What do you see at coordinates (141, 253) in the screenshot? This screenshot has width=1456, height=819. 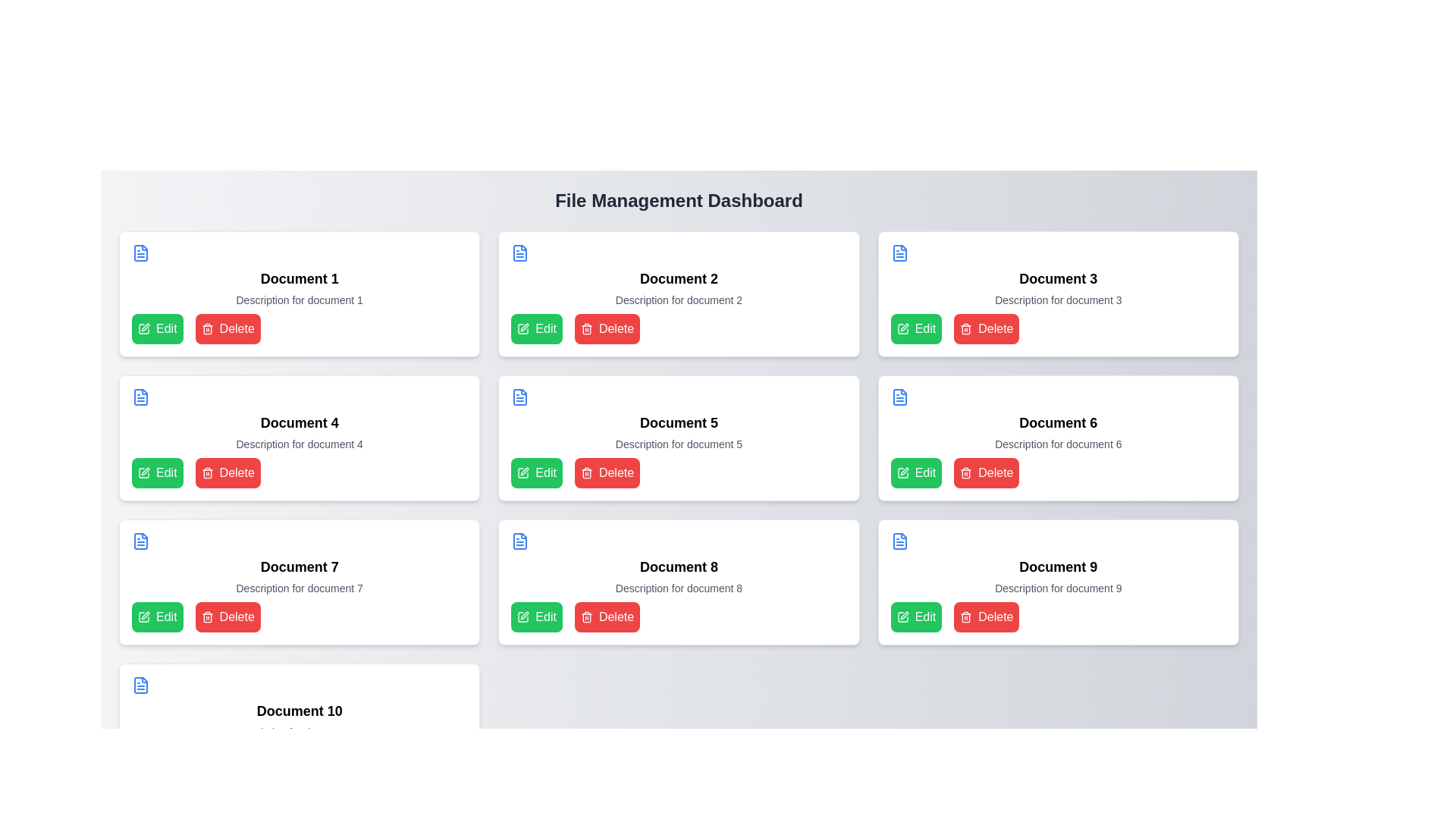 I see `the SVG document icon representing 'Document 1'` at bounding box center [141, 253].